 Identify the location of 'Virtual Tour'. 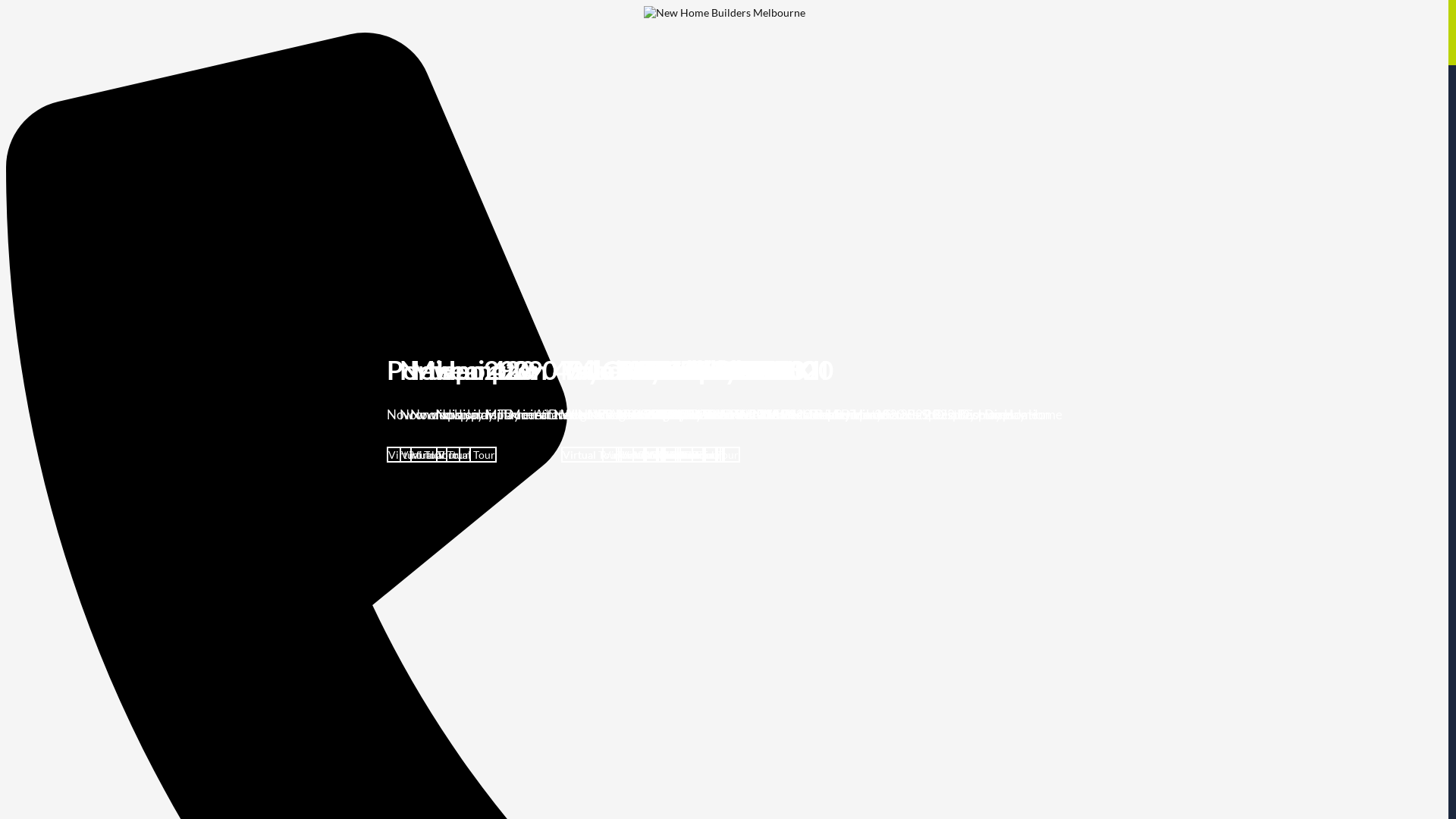
(662, 453).